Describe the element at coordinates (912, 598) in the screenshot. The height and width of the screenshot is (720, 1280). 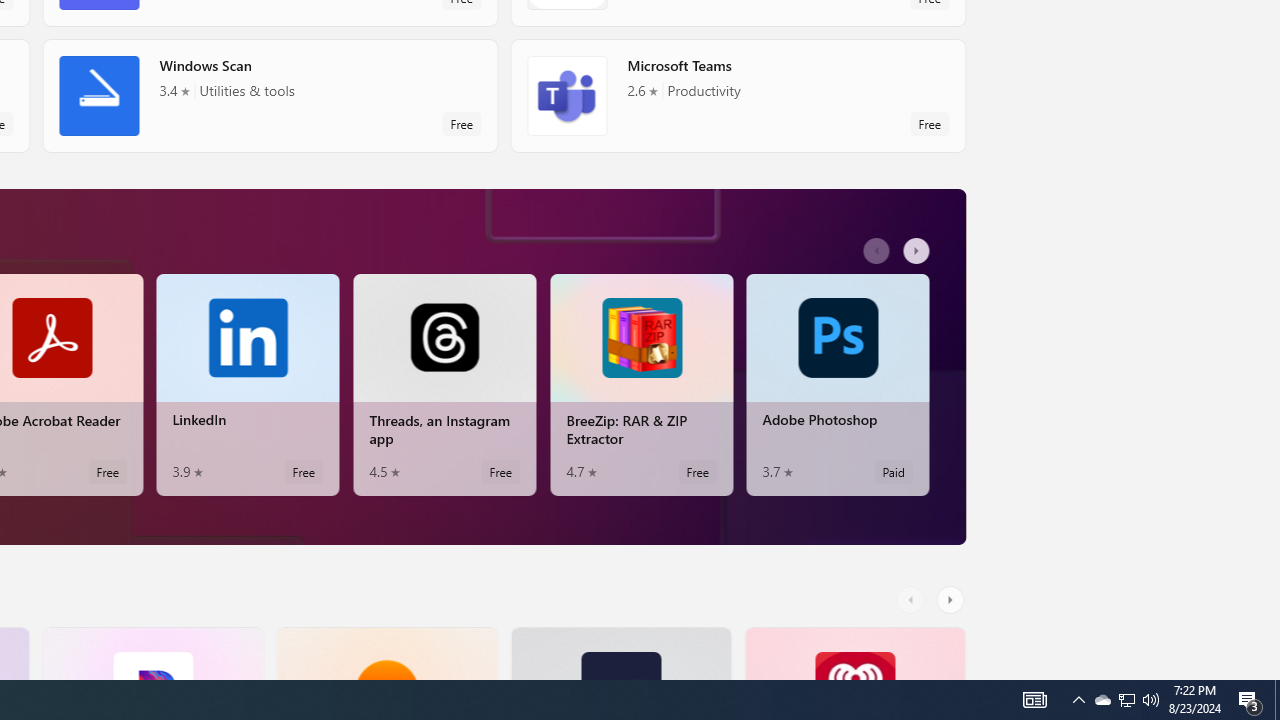
I see `'AutomationID: LeftScrollButton'` at that location.